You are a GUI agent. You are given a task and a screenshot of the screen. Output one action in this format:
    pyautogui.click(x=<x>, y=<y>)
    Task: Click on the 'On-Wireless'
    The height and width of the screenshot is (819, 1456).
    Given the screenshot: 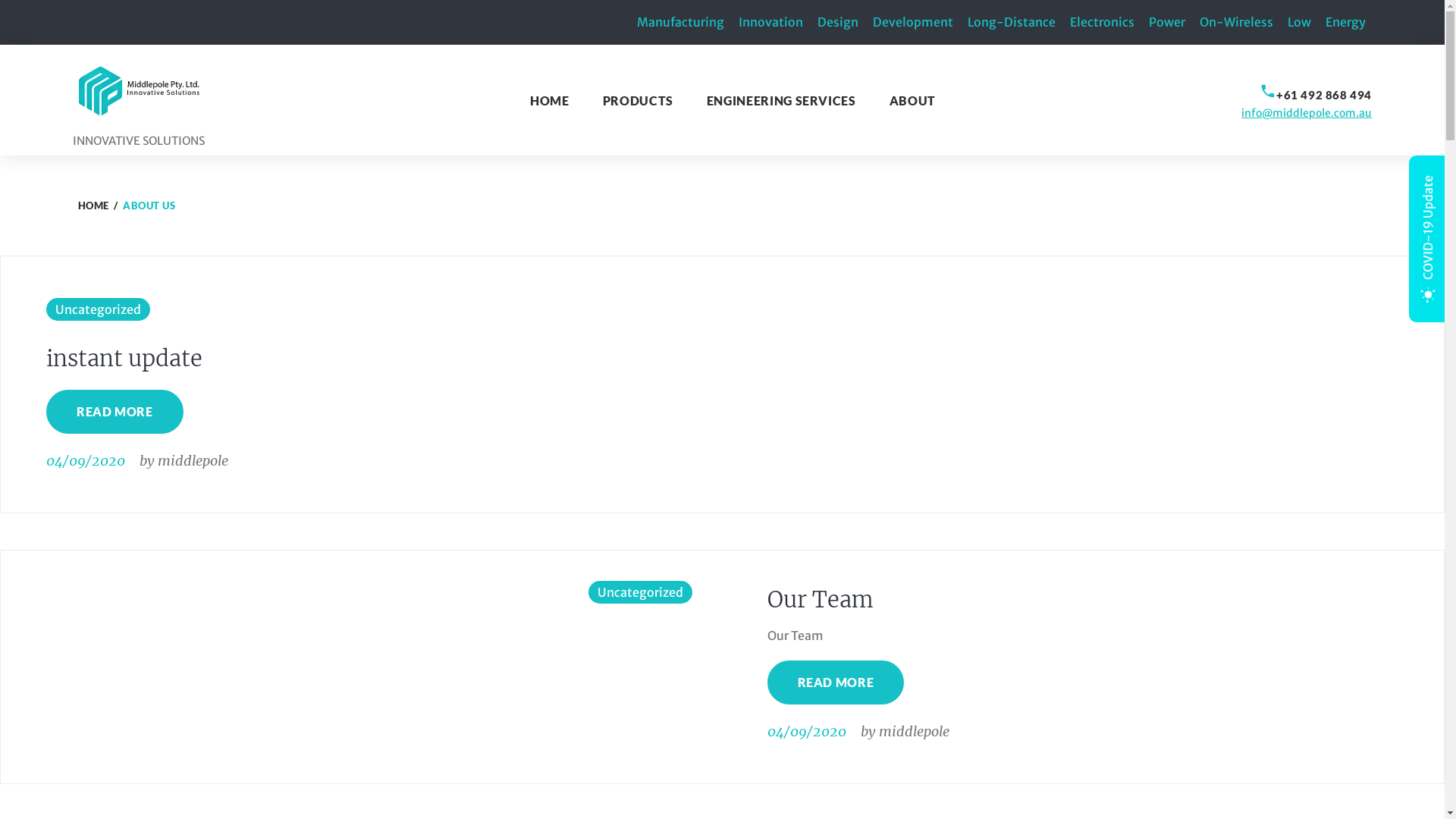 What is the action you would take?
    pyautogui.click(x=1236, y=22)
    